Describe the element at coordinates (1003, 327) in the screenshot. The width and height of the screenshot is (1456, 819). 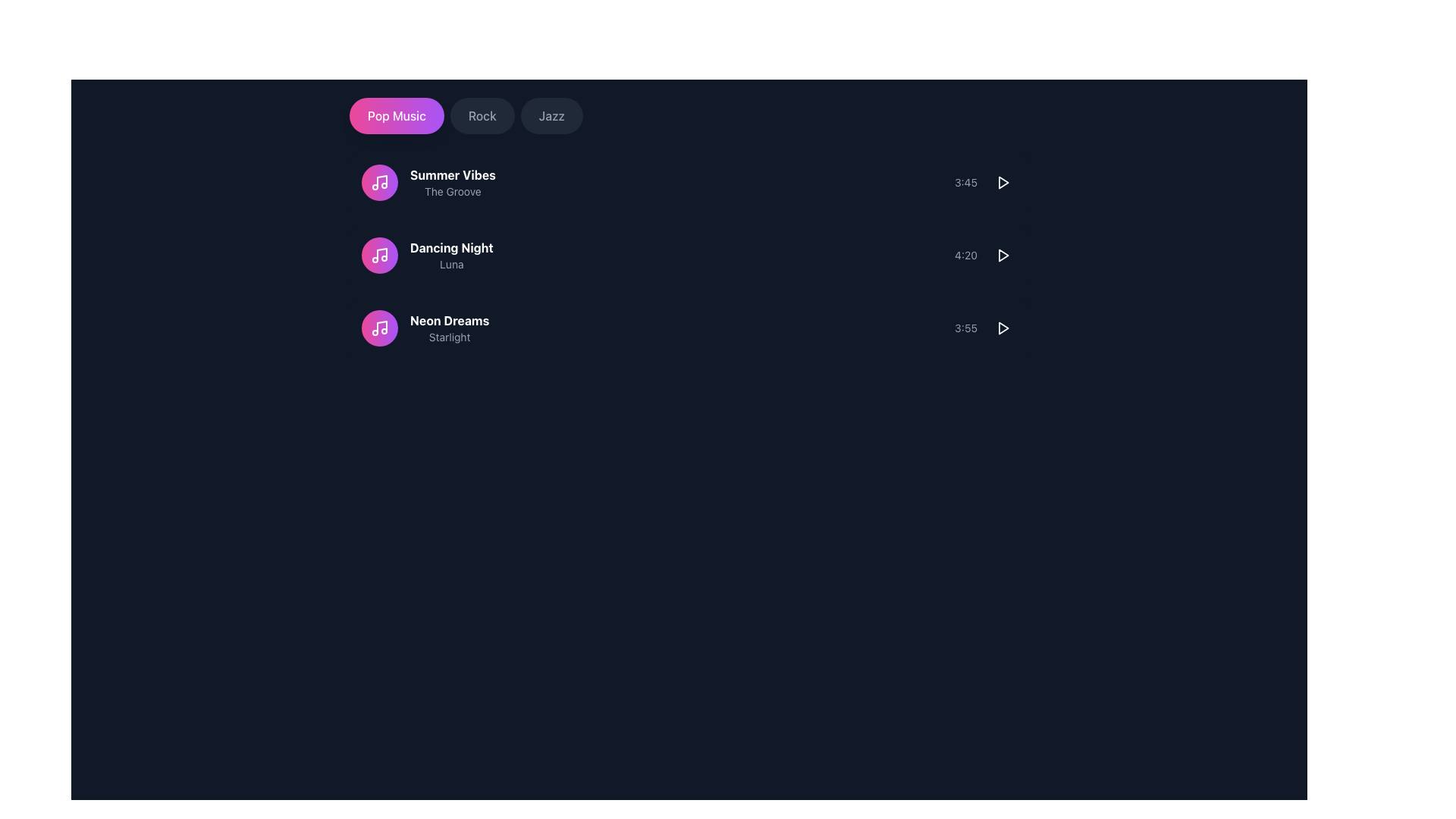
I see `the play button located in the rightmost section of the last row next to the text '3:55'` at that location.